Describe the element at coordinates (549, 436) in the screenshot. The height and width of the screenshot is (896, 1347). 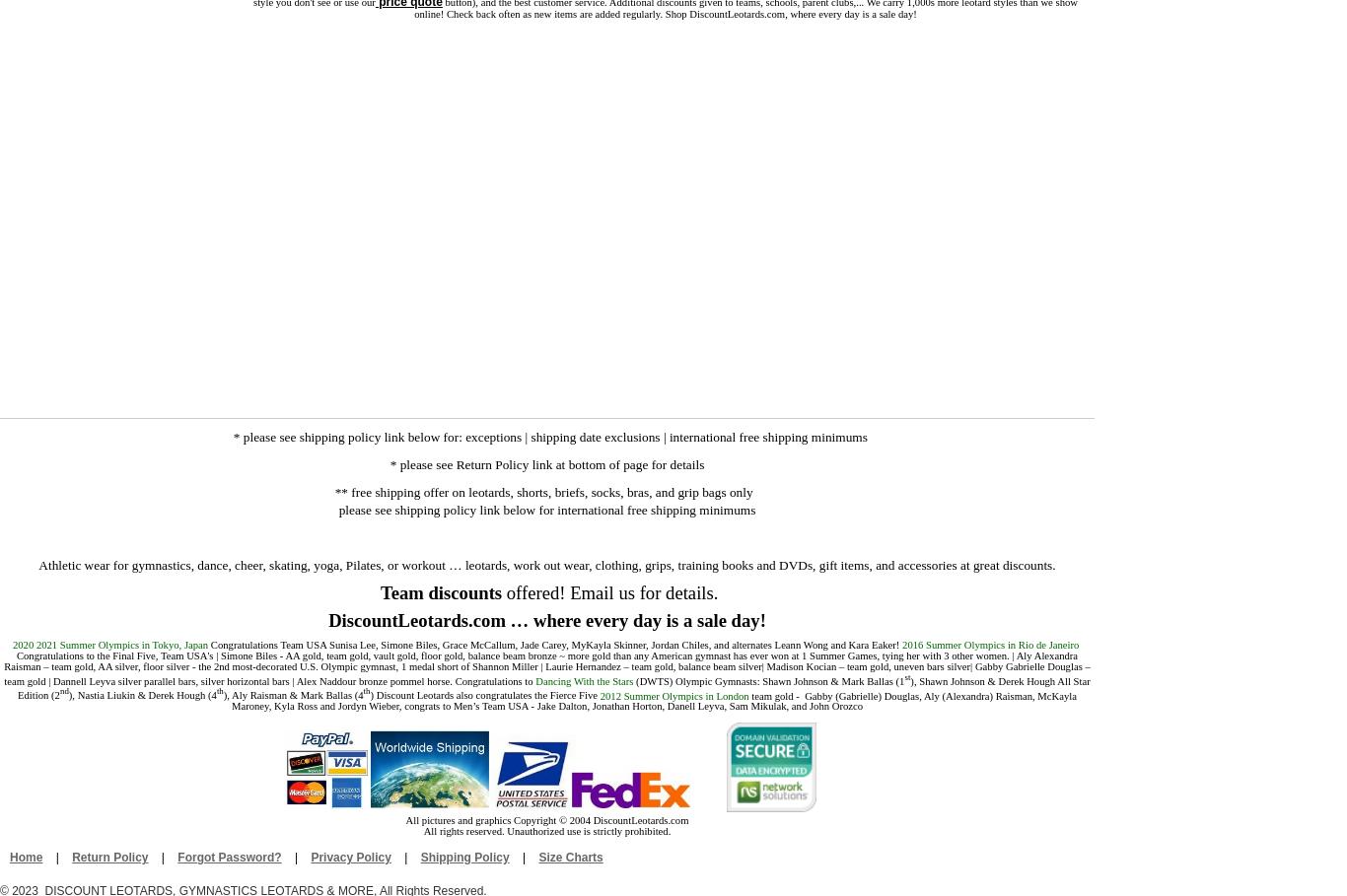
I see `'* please see shipping policy link below for: exceptions | shipping date exclusions | international free shipping minimums'` at that location.